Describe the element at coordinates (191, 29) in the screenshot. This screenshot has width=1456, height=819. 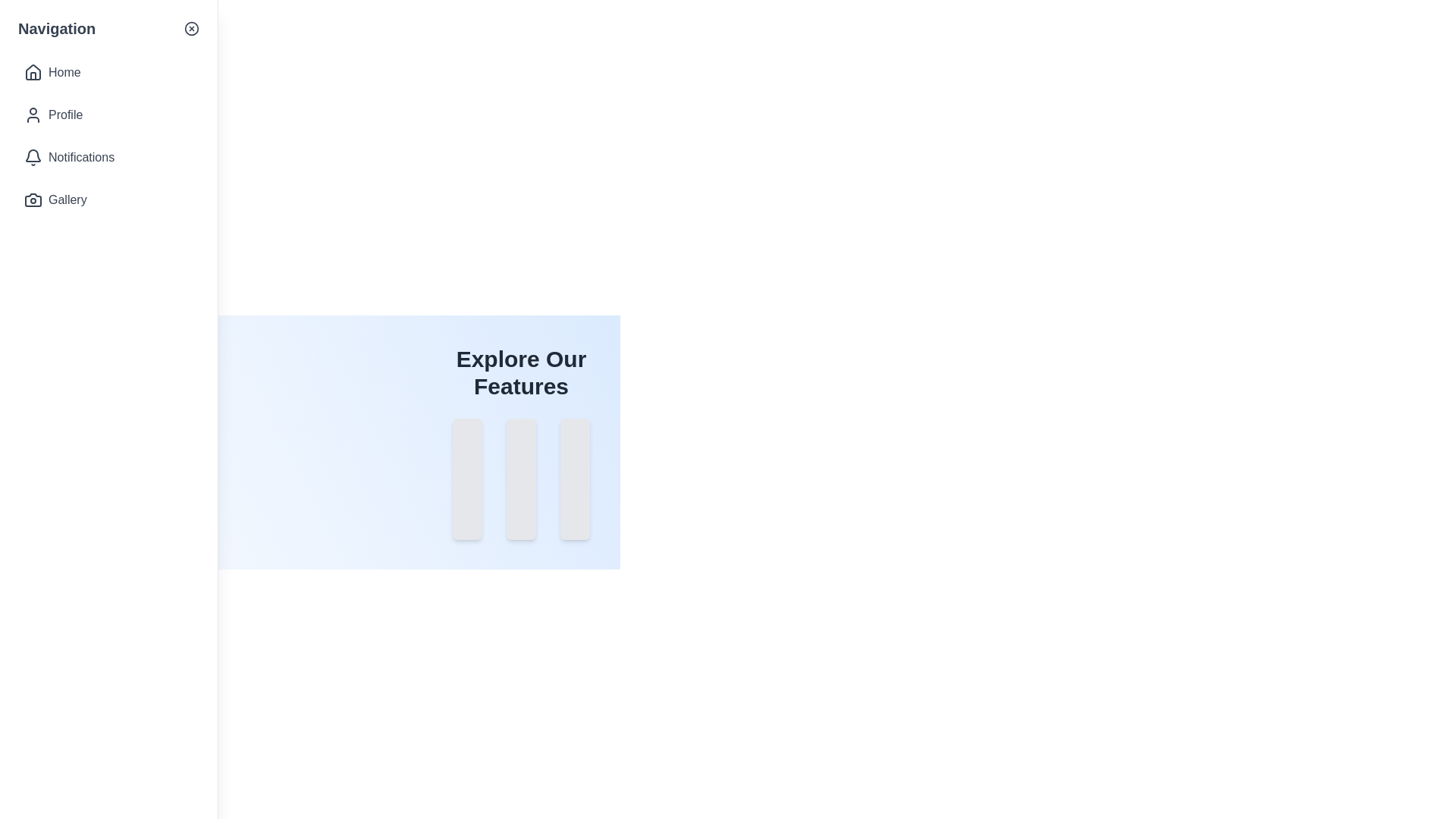
I see `the decorative SVG circle that represents the close or cancel functionality in the top right of the navigation sidebar` at that location.